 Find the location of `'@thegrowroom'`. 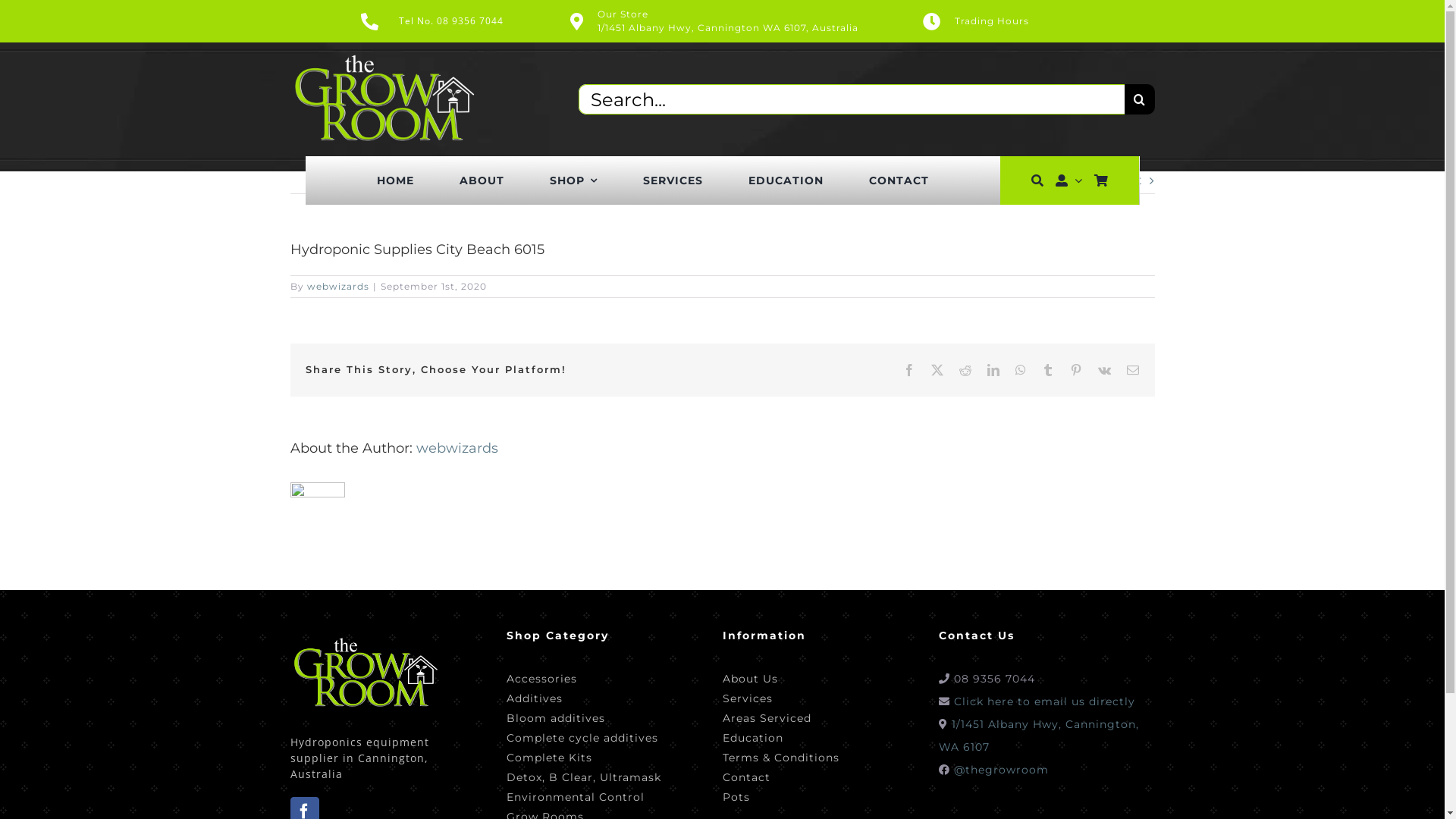

'@thegrowroom' is located at coordinates (1001, 769).